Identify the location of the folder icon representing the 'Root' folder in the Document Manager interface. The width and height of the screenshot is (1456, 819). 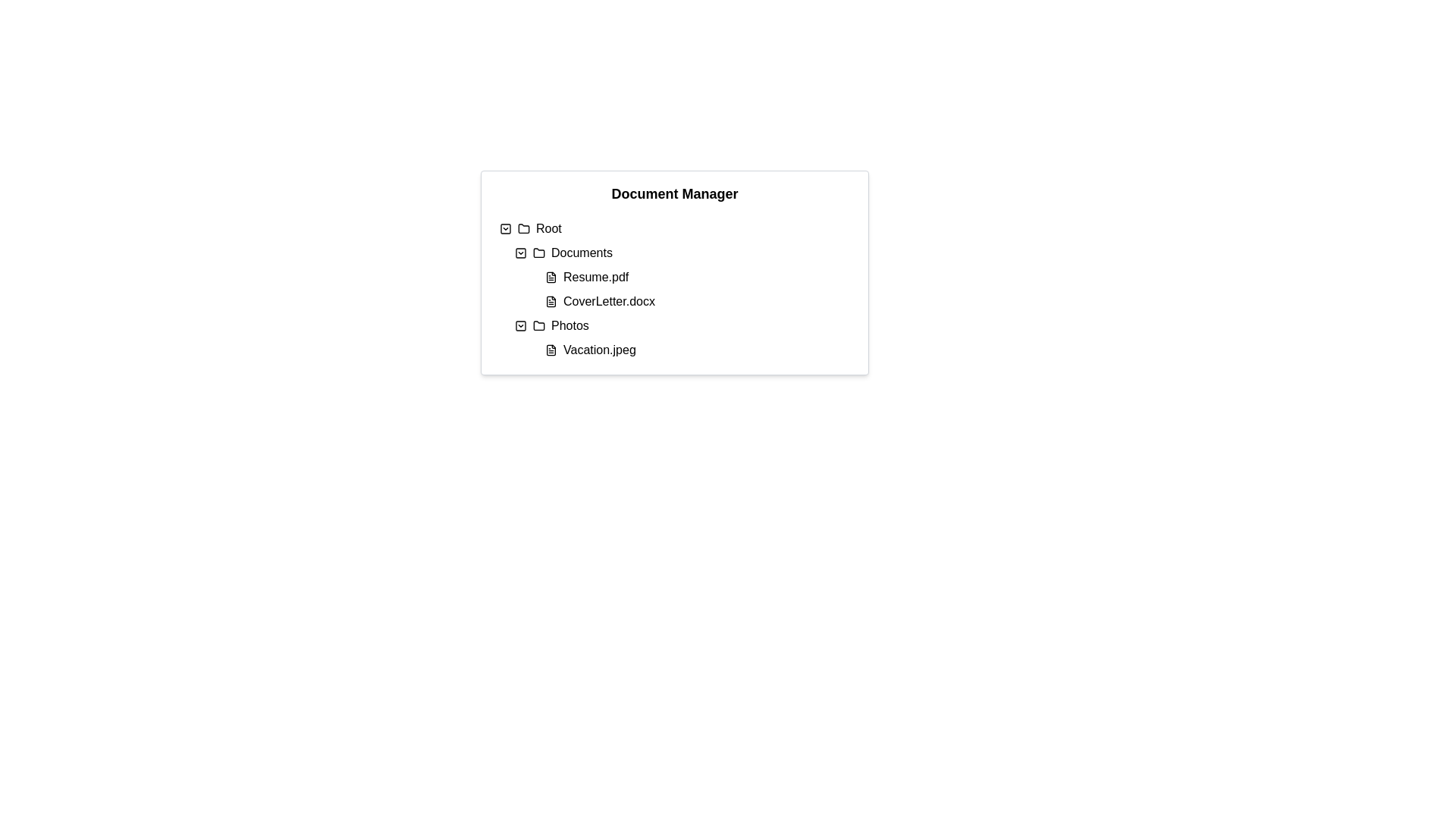
(524, 227).